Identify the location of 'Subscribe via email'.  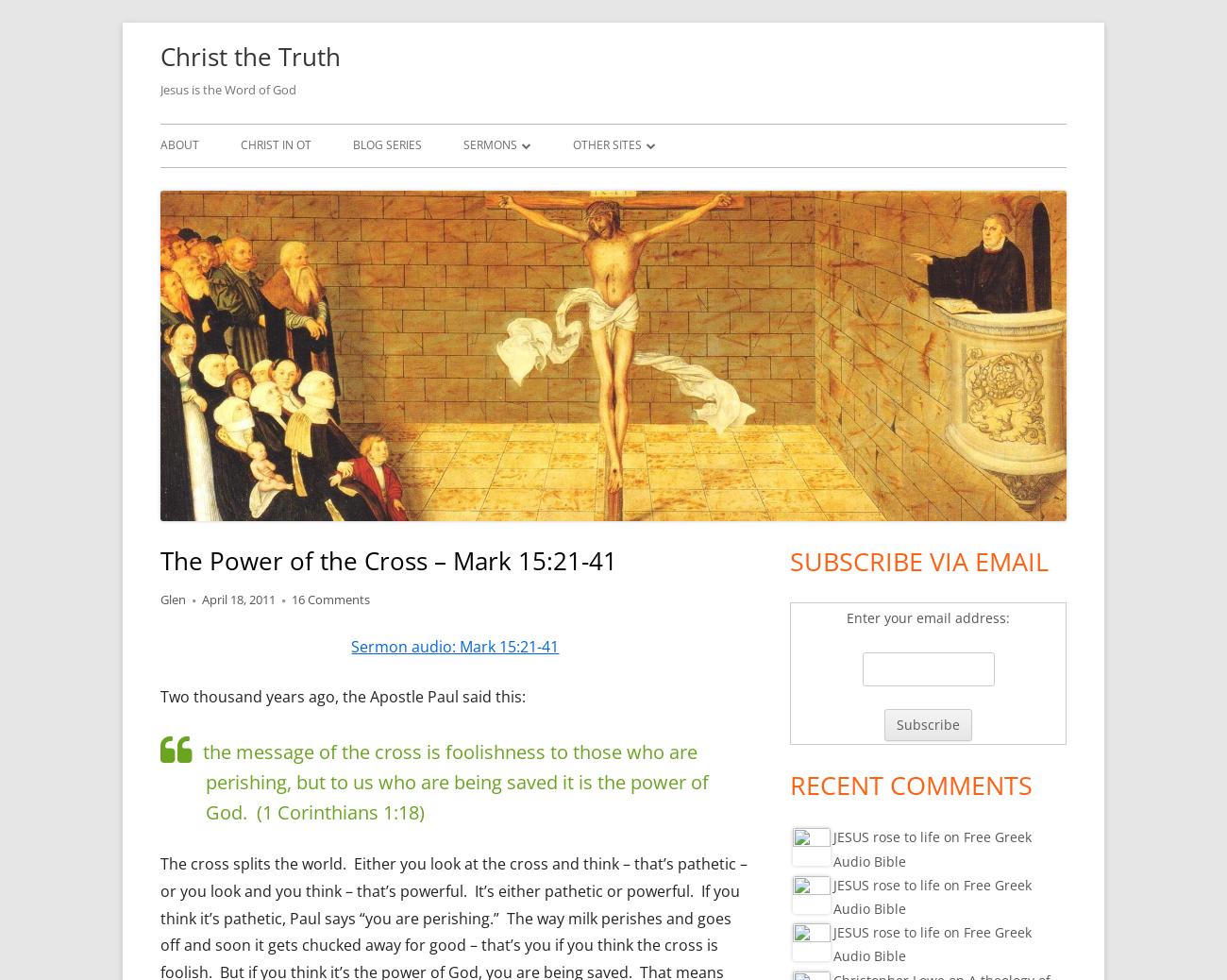
(918, 559).